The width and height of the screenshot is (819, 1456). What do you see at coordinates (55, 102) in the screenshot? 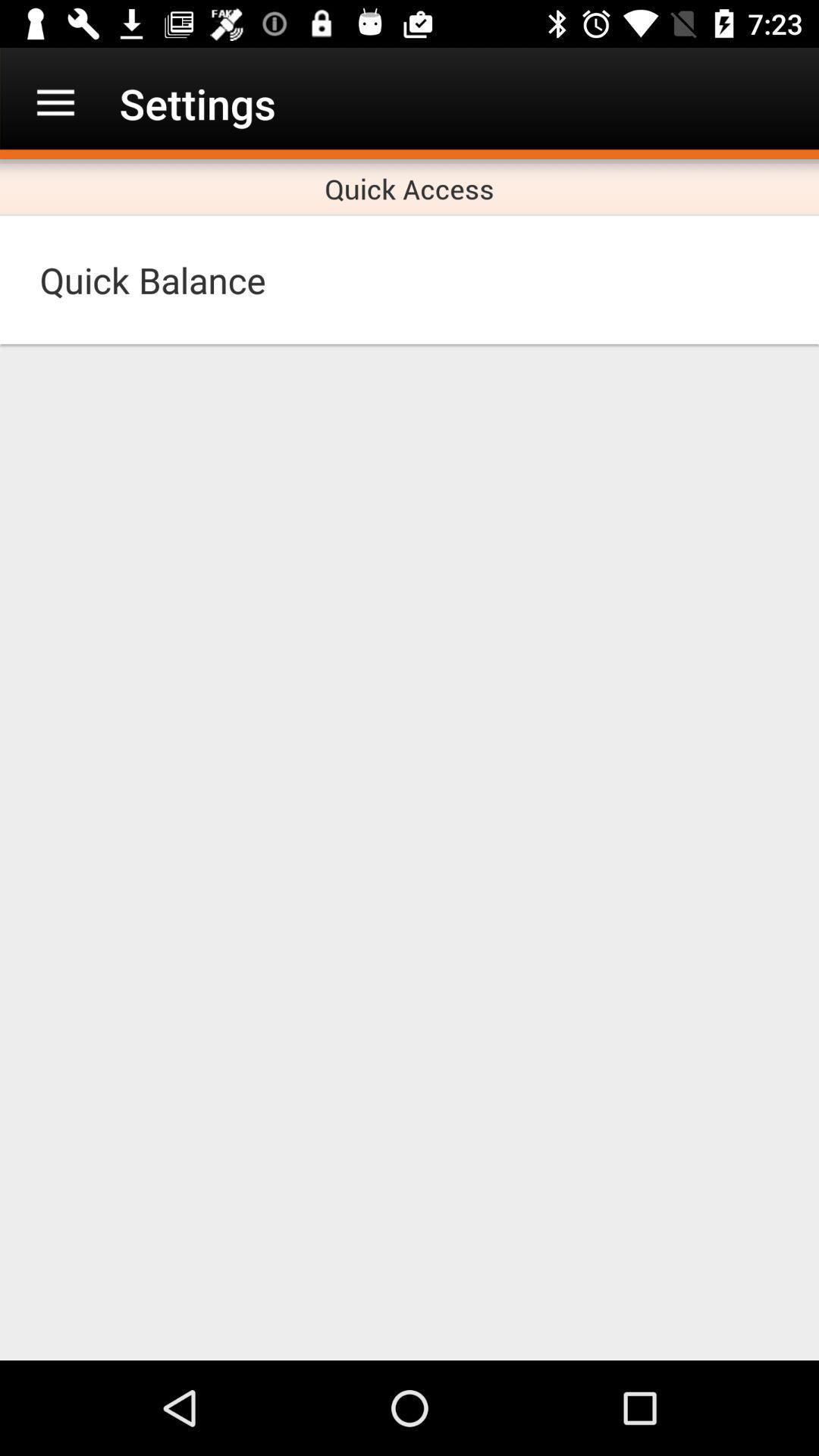
I see `the icon to the left of settings icon` at bounding box center [55, 102].